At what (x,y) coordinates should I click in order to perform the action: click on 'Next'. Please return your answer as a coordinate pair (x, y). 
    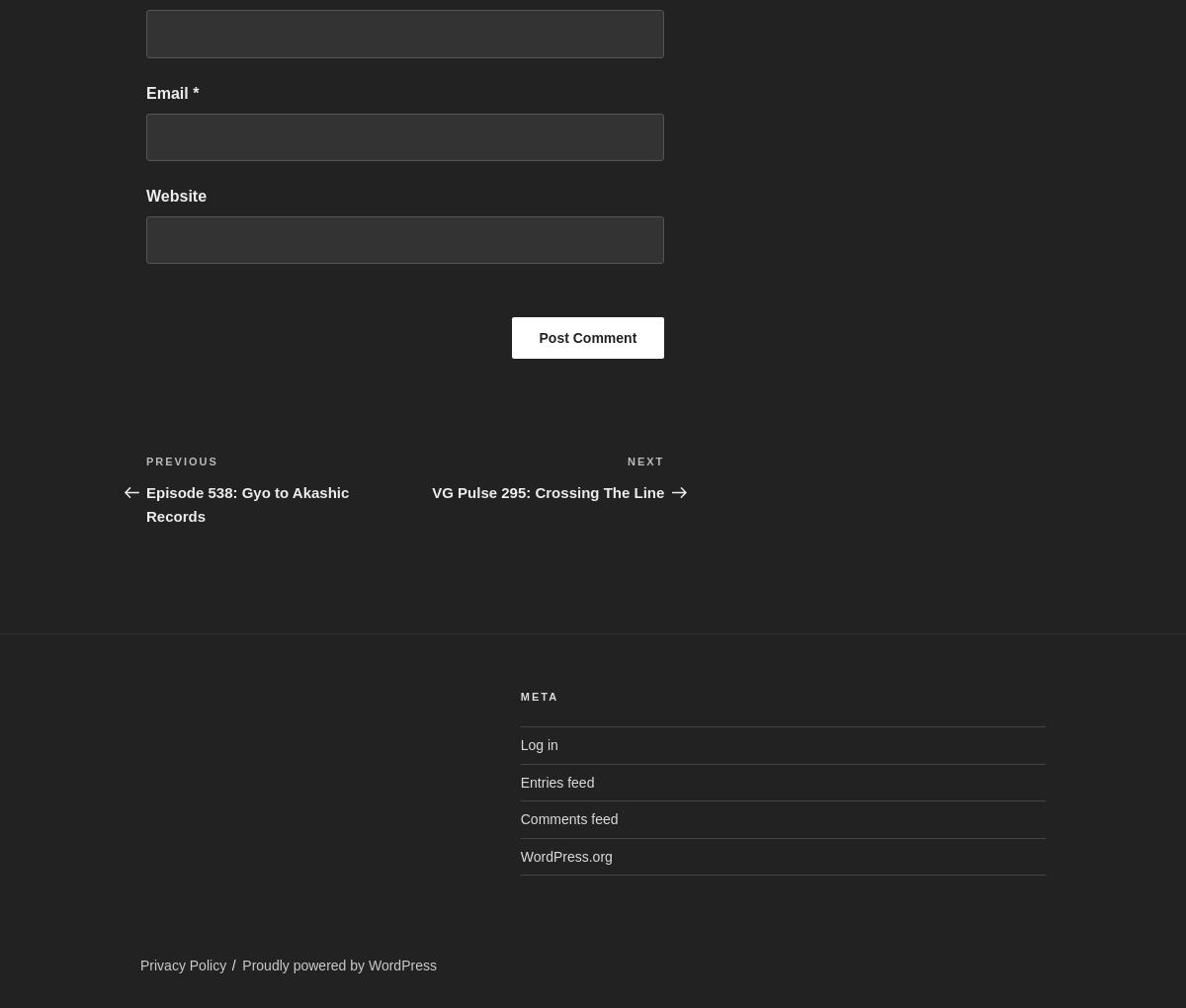
    Looking at the image, I should click on (645, 460).